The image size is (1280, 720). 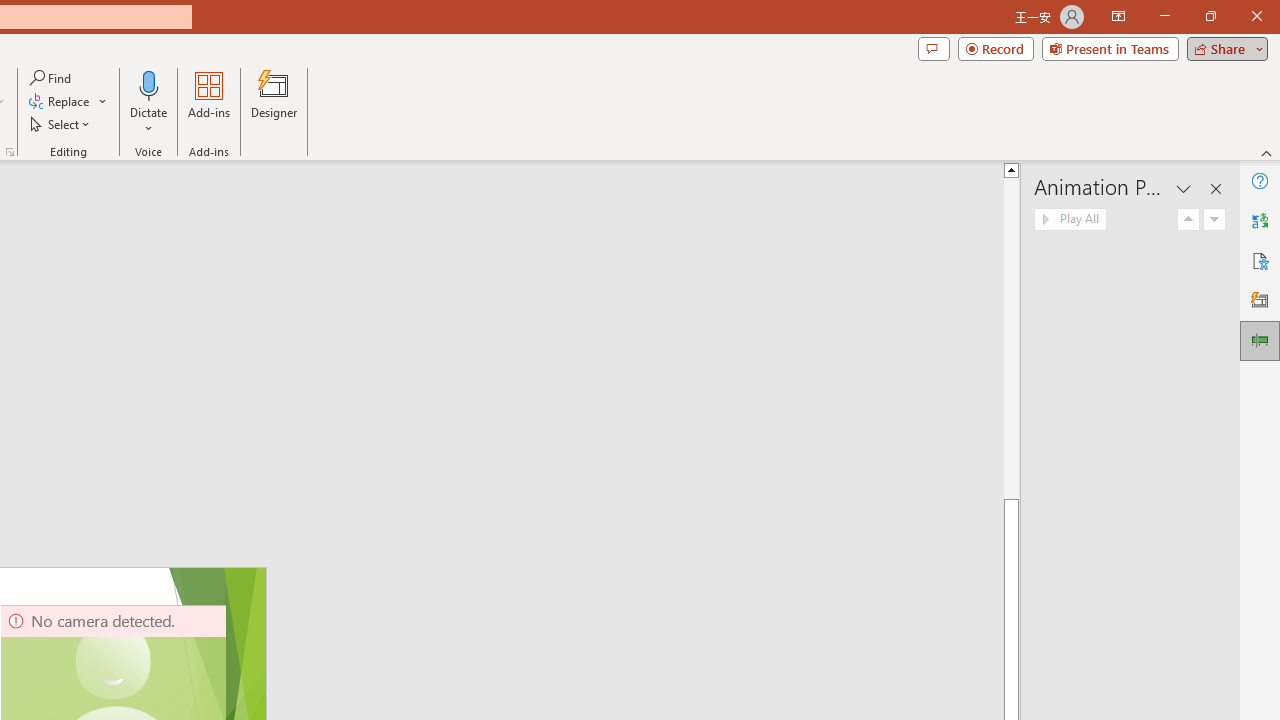 I want to click on 'Collapse the Ribbon', so click(x=1266, y=152).